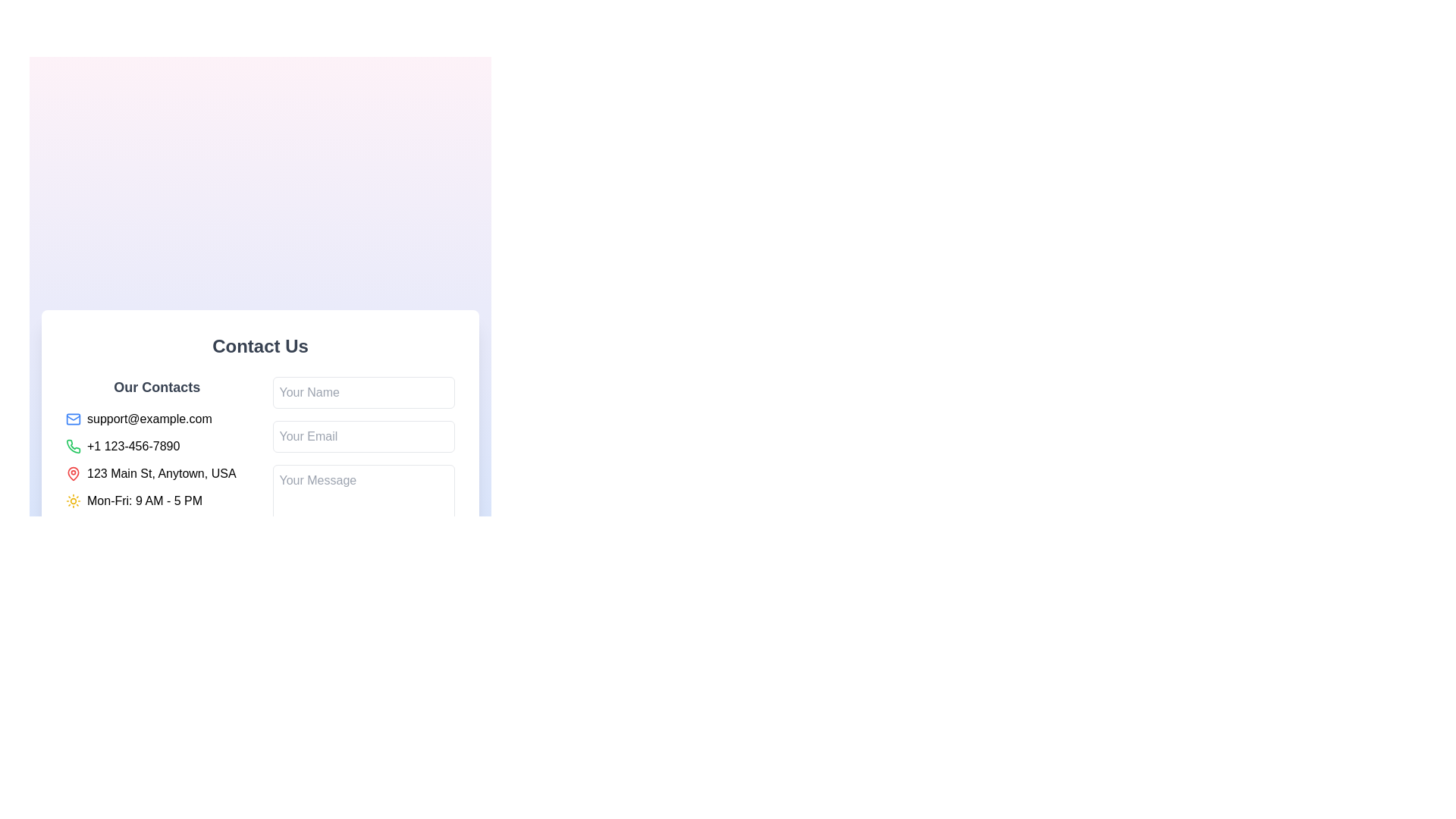 This screenshot has height=819, width=1456. I want to click on the static text element displaying the phone number '+1 123-456-7890' with the green phone icon, which is the second item in the list of contact details, so click(157, 445).